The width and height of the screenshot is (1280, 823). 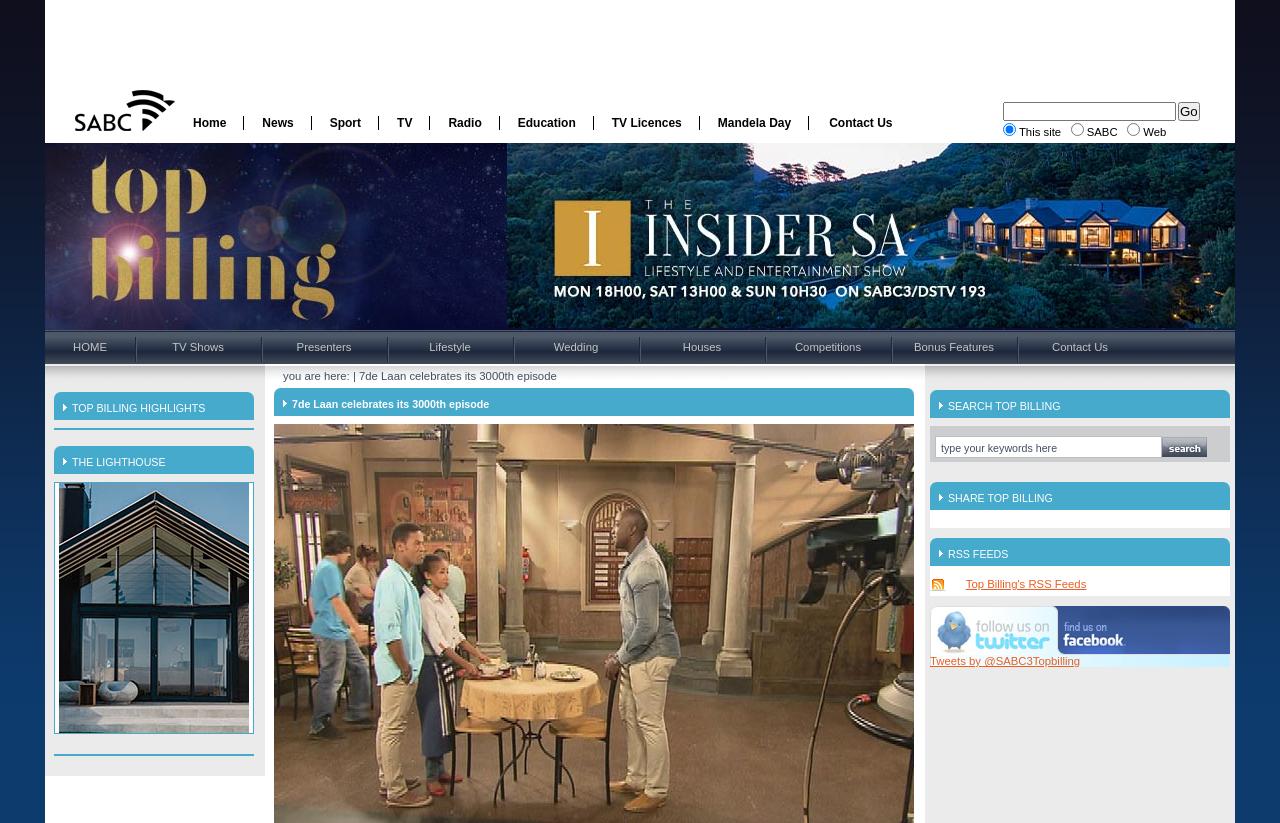 I want to click on 'This site', so click(x=1038, y=132).